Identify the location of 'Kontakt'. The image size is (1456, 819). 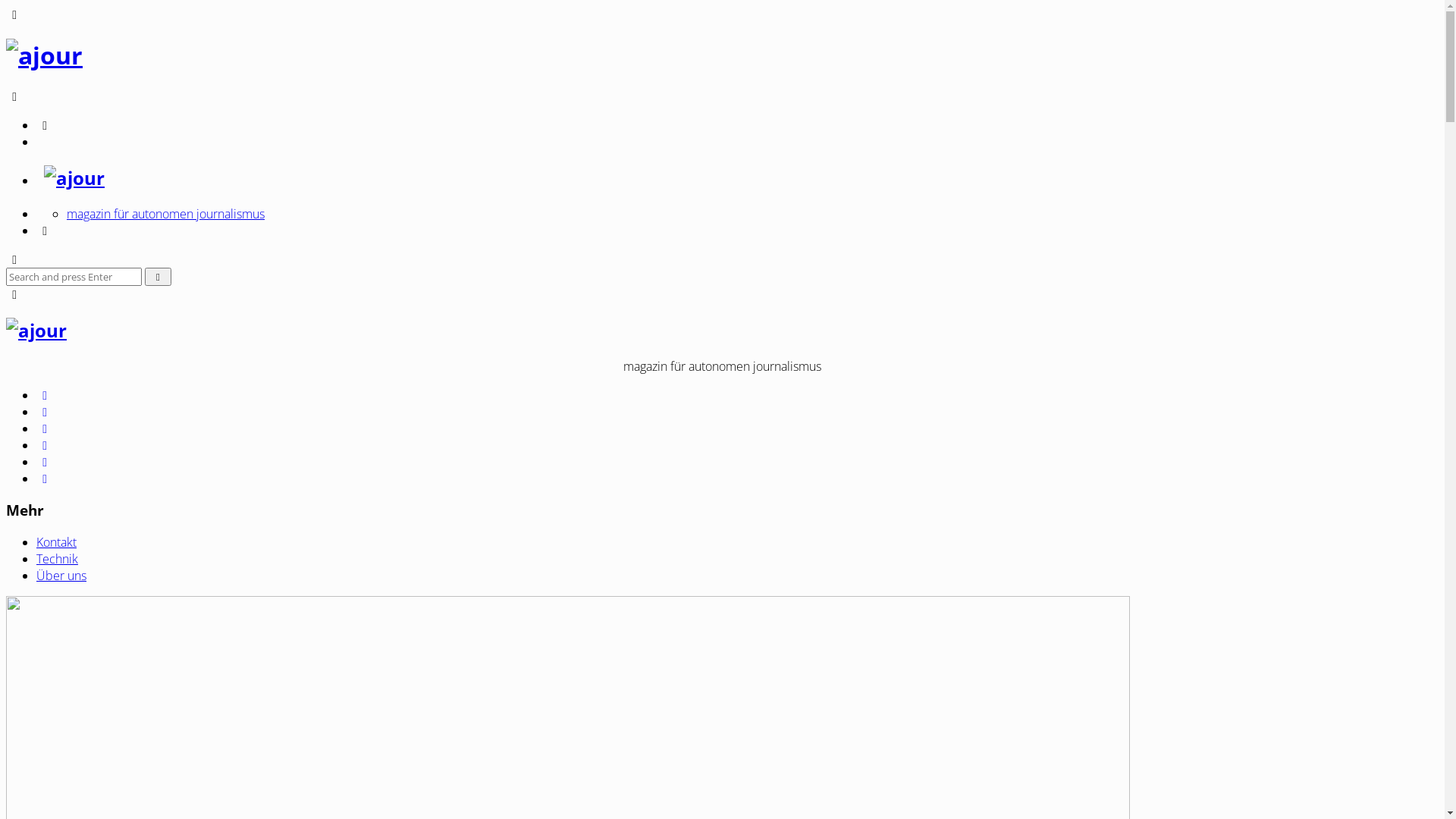
(56, 541).